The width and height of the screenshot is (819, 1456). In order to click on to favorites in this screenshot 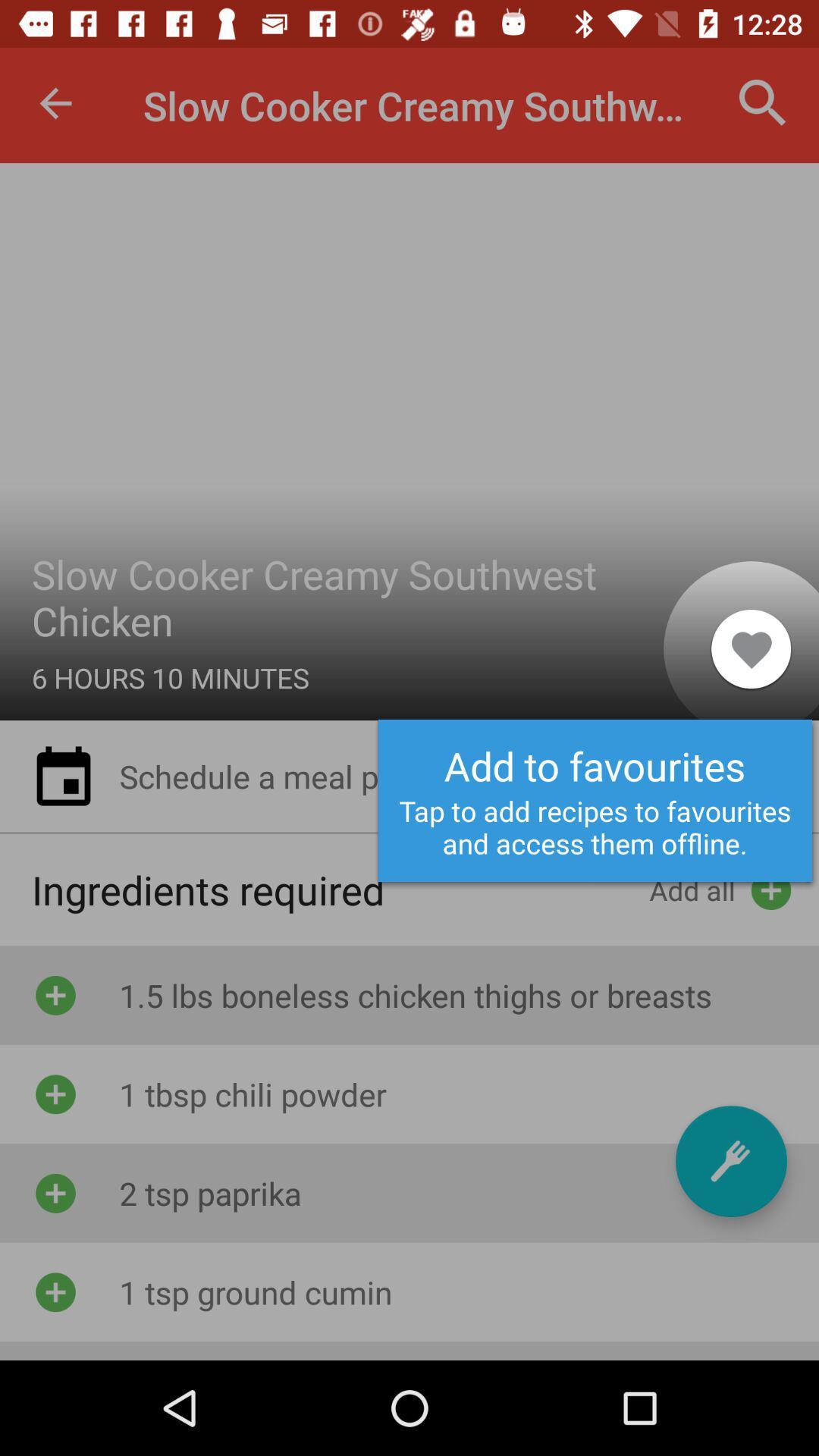, I will do `click(730, 1160)`.